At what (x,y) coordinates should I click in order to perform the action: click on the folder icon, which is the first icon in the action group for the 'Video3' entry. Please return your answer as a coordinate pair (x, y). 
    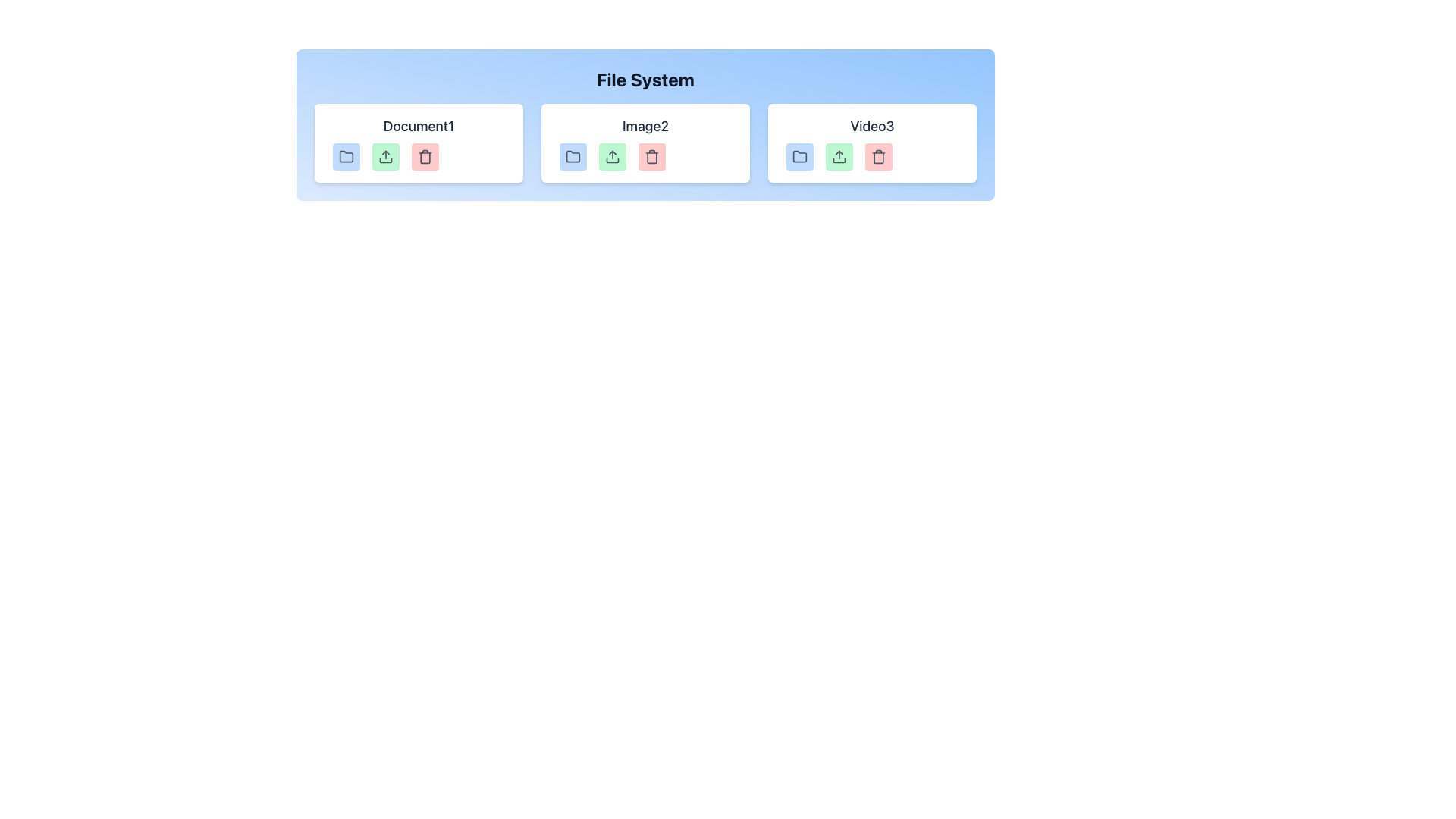
    Looking at the image, I should click on (799, 155).